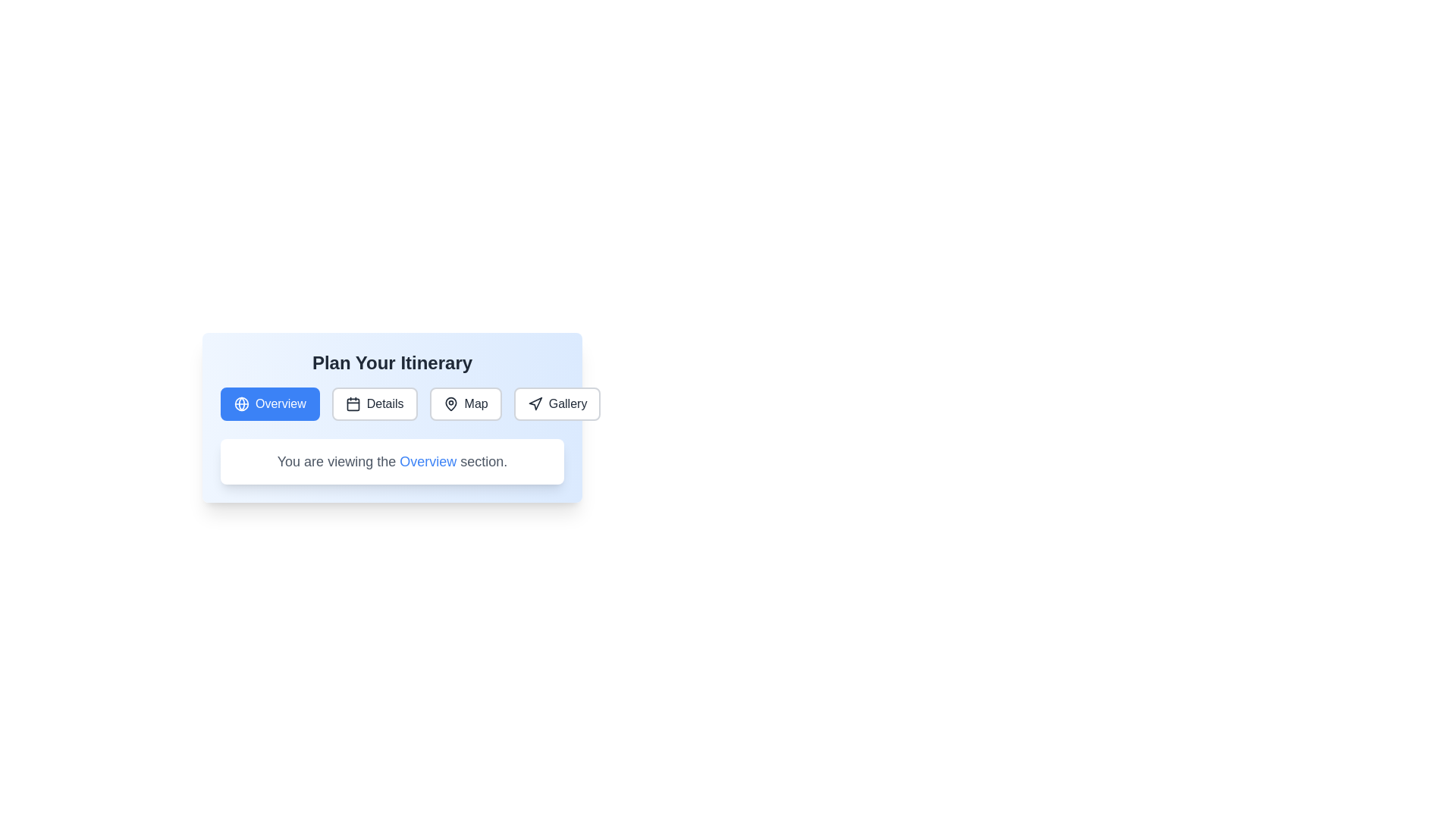 This screenshot has width=1456, height=819. Describe the element at coordinates (270, 403) in the screenshot. I see `the 'Overview' button, which is the first button in a row of four buttons labeled 'Overview', 'Details', 'Map', and 'Gallery', located at the top left of the button group, to possibly see a tooltip` at that location.